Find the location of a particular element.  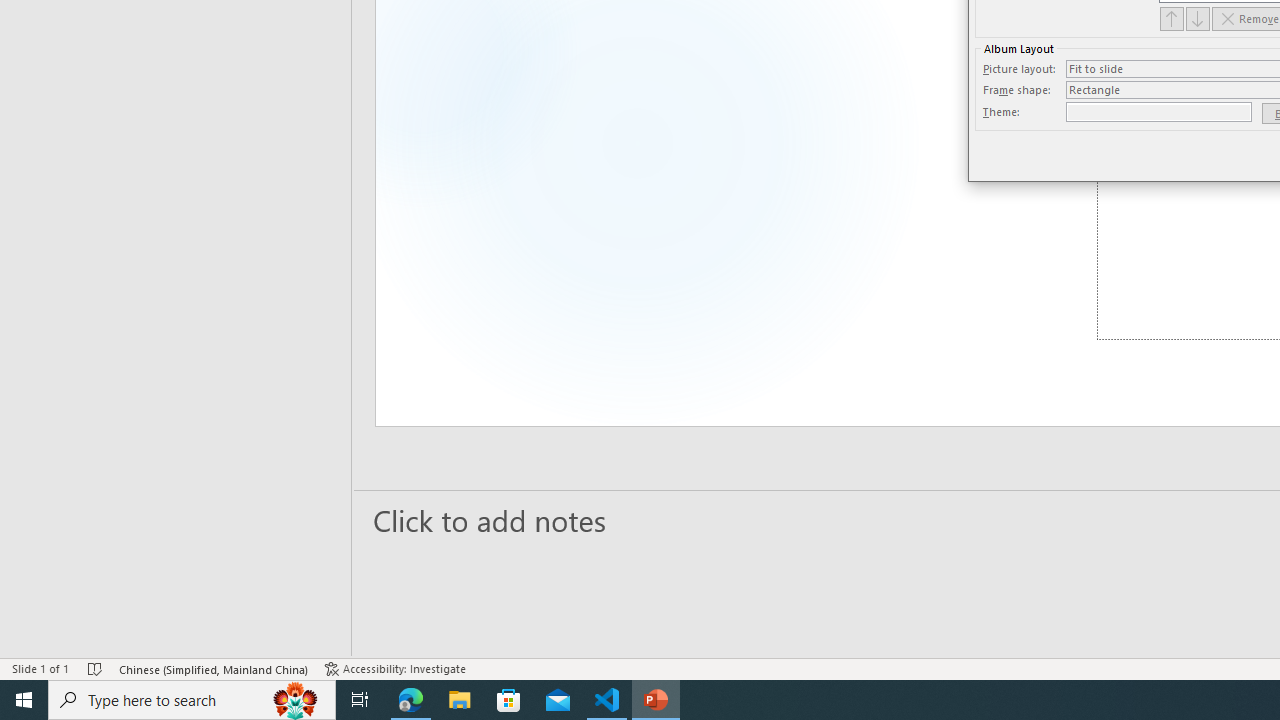

'Search highlights icon opens search home window' is located at coordinates (294, 698).